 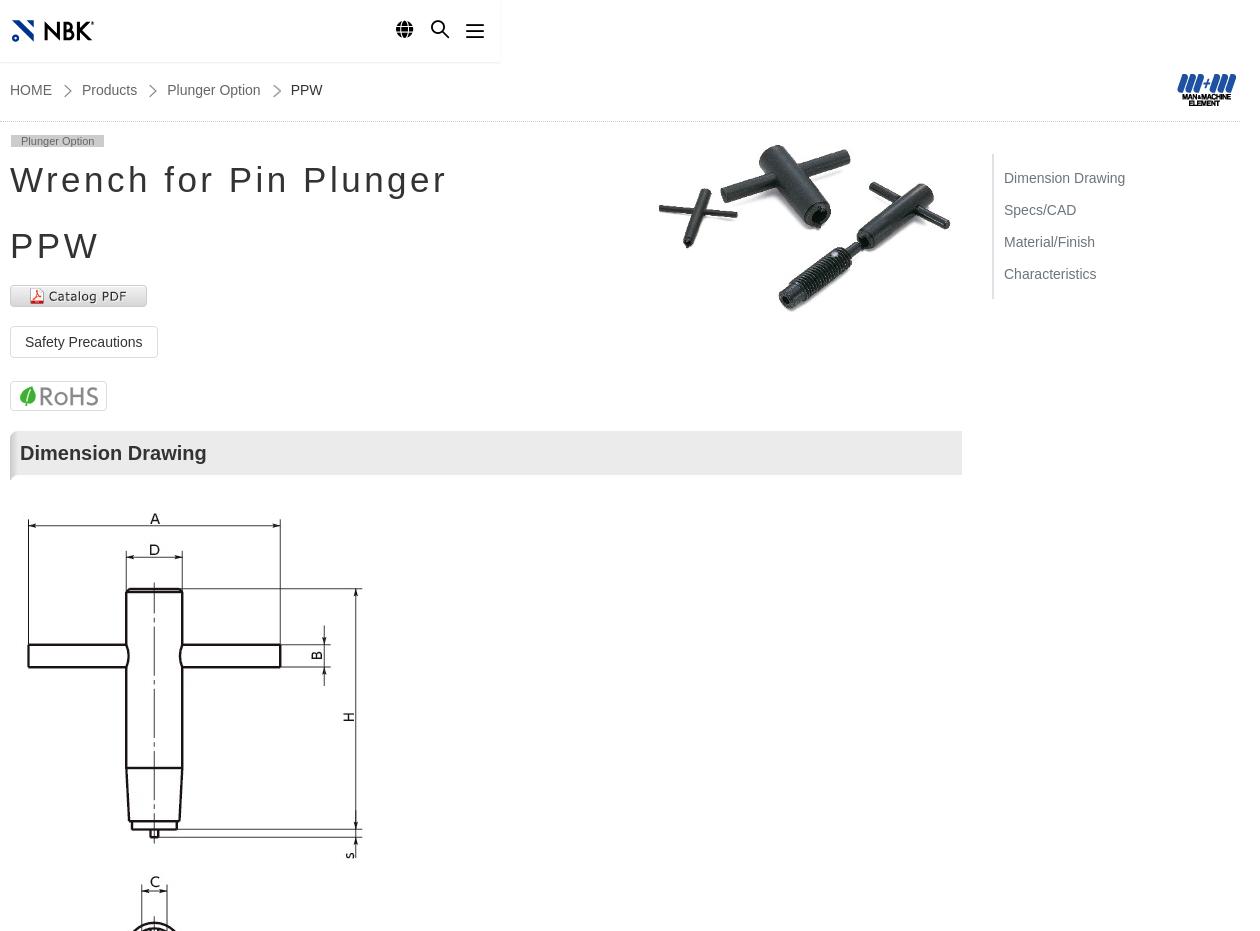 What do you see at coordinates (1040, 210) in the screenshot?
I see `'Specs/CAD'` at bounding box center [1040, 210].